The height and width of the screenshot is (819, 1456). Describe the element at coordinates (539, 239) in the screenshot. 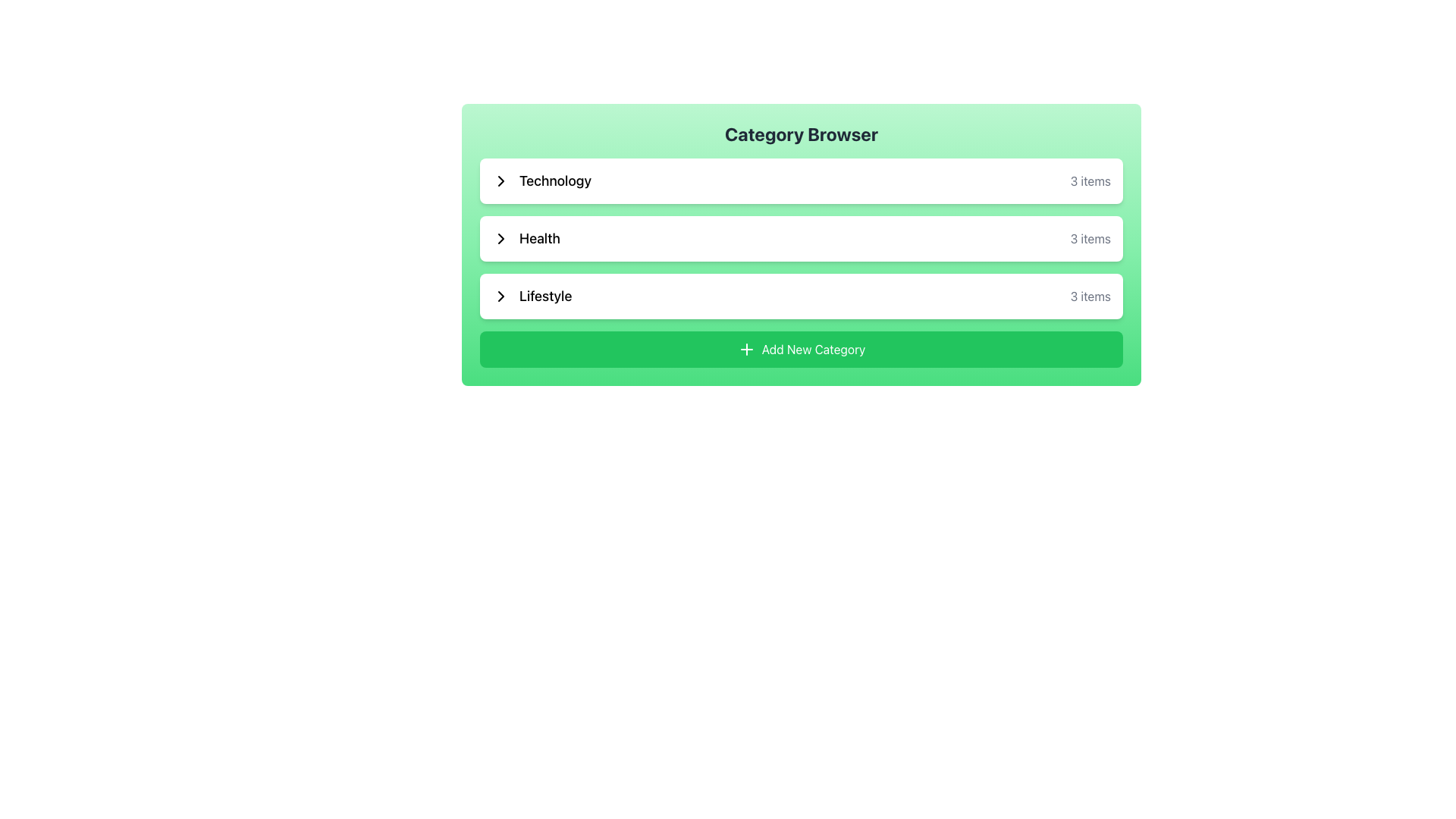

I see `the 'Health' text label, which is a bold and prominent label located between the 'Technology' and 'Lifestyle' categories in the sidebar menu` at that location.